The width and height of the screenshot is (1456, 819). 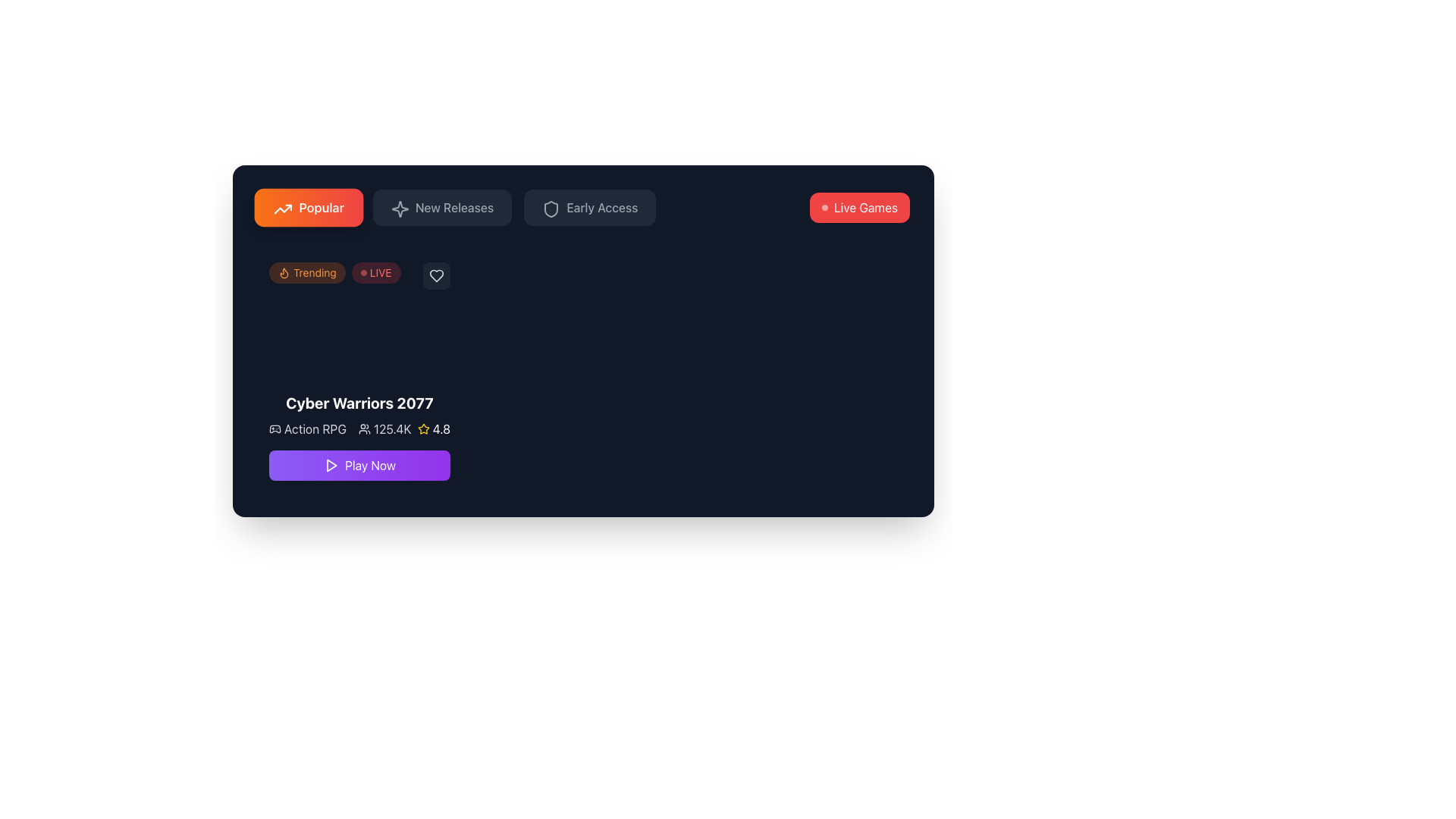 What do you see at coordinates (859, 207) in the screenshot?
I see `the 'Live Games' button` at bounding box center [859, 207].